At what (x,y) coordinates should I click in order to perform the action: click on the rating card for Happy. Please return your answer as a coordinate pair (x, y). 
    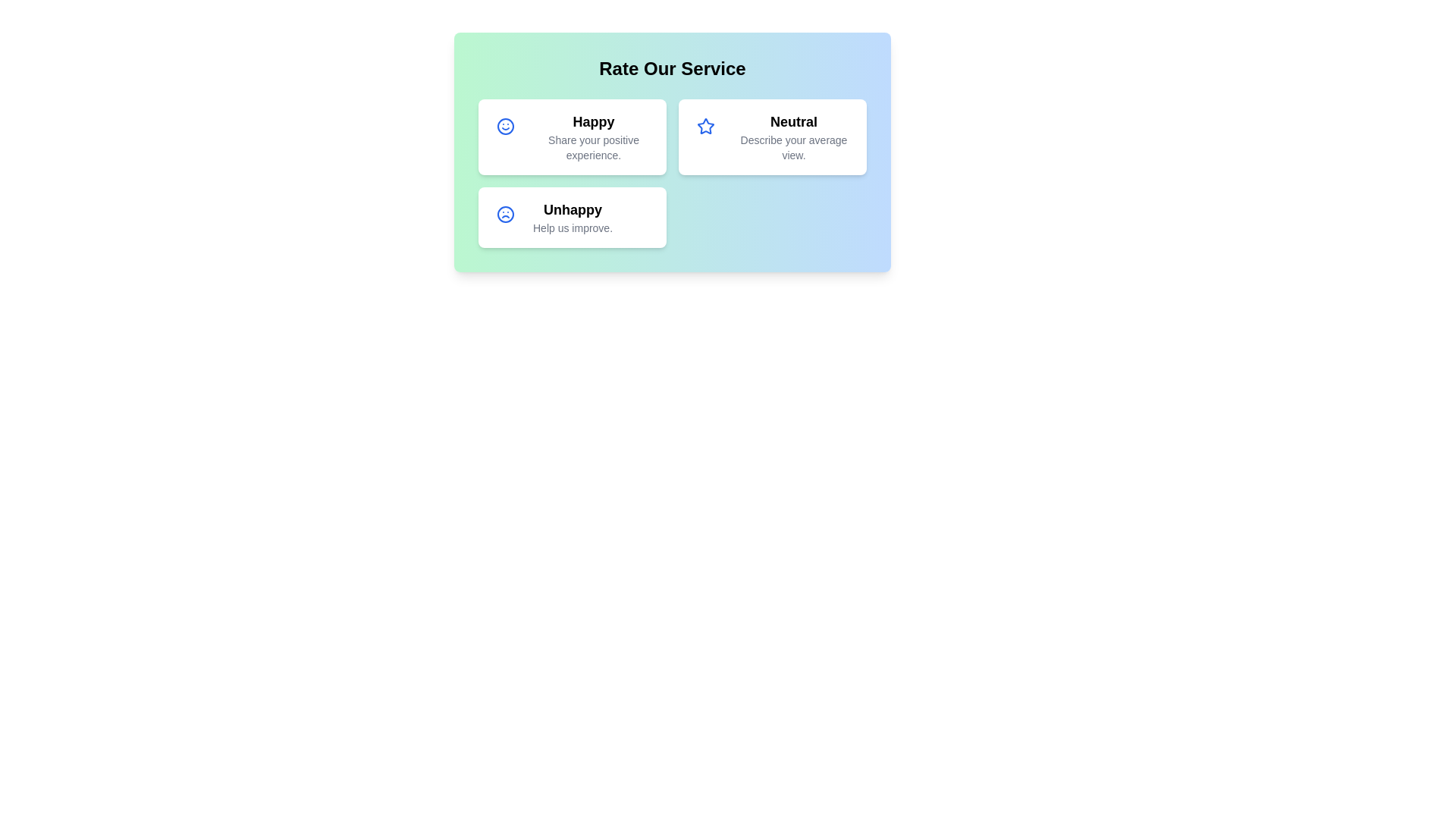
    Looking at the image, I should click on (571, 137).